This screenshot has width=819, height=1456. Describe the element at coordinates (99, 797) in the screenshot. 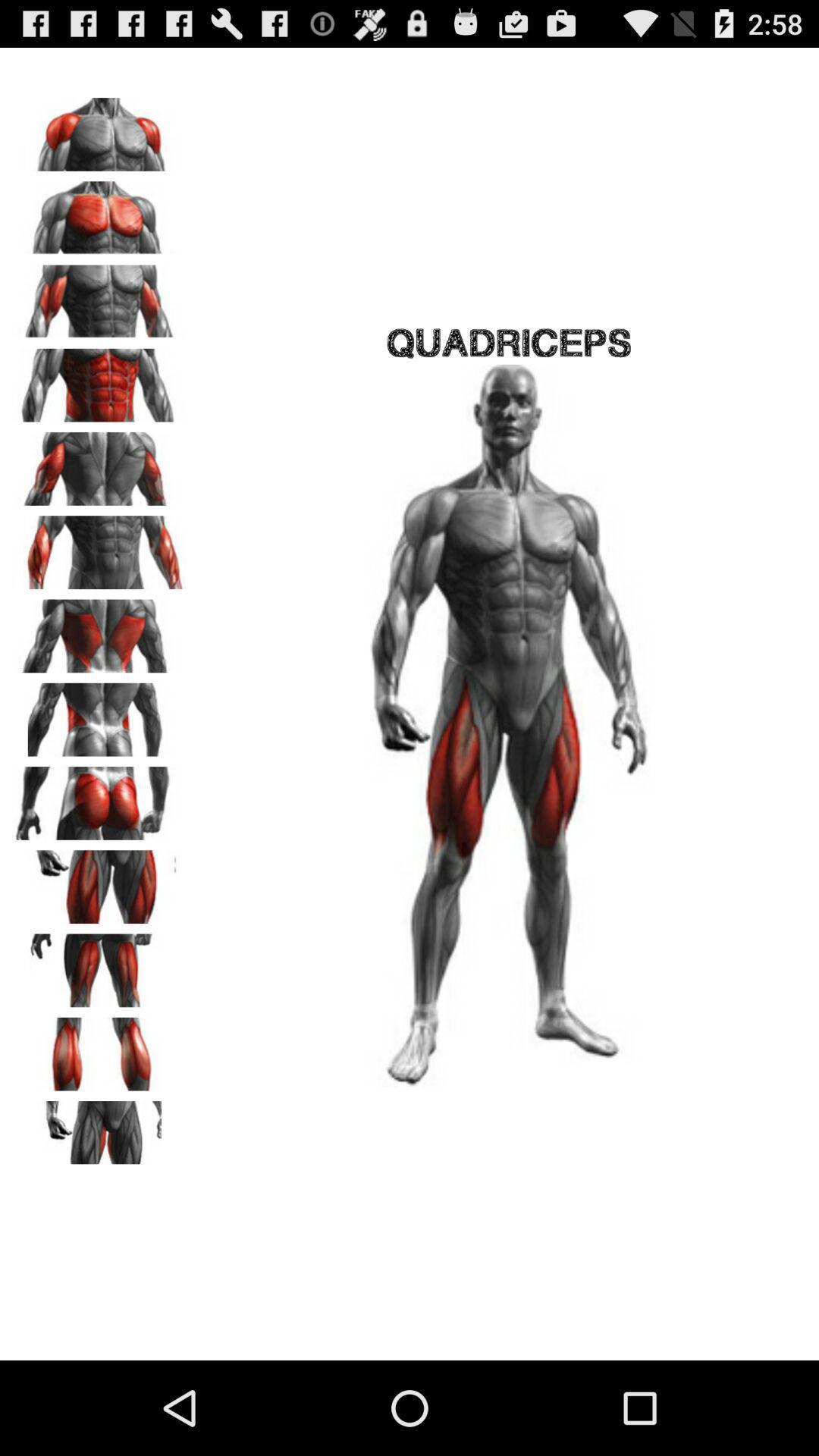

I see `workout selecting option` at that location.